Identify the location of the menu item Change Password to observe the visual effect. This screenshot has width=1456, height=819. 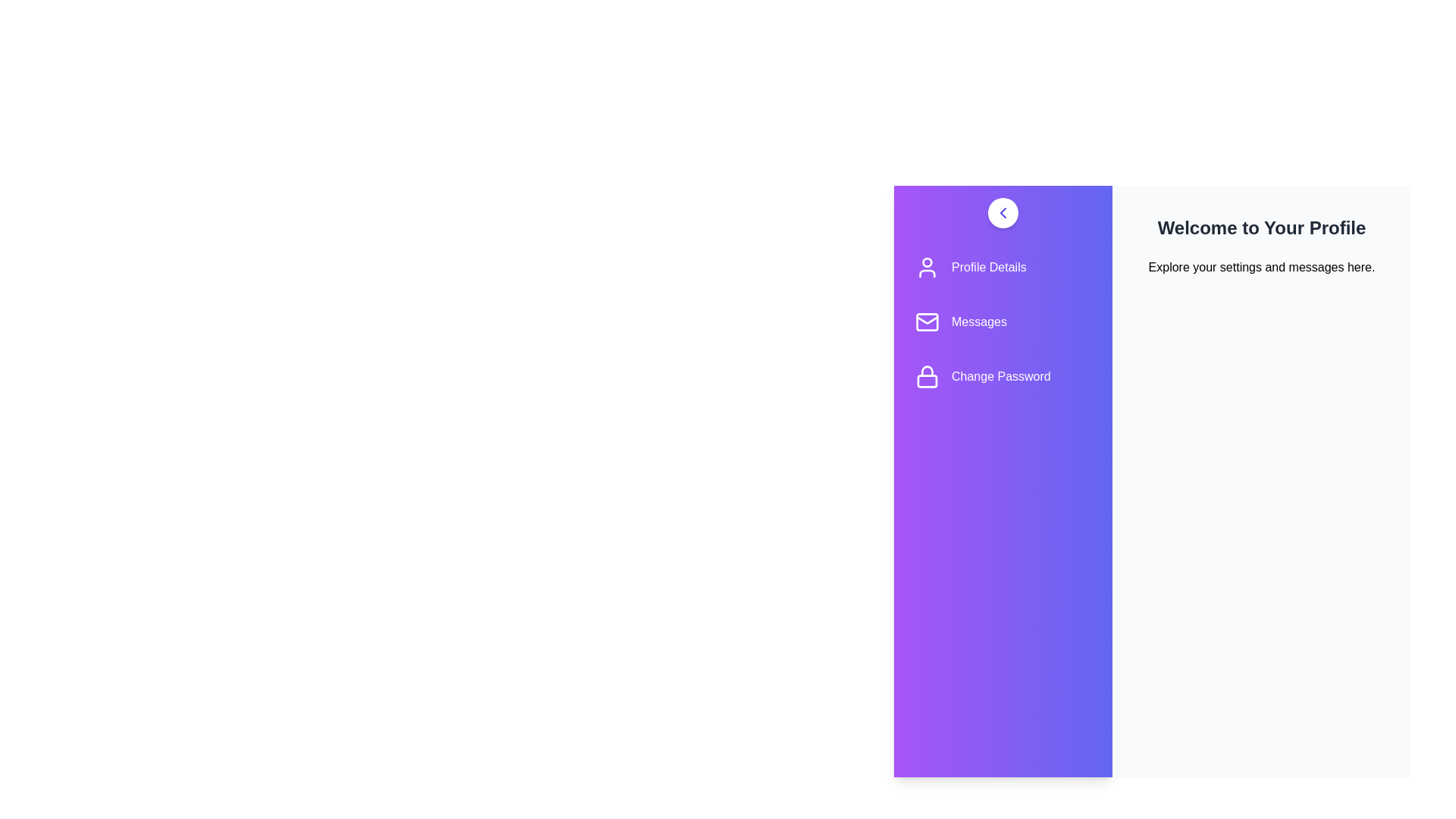
(1003, 376).